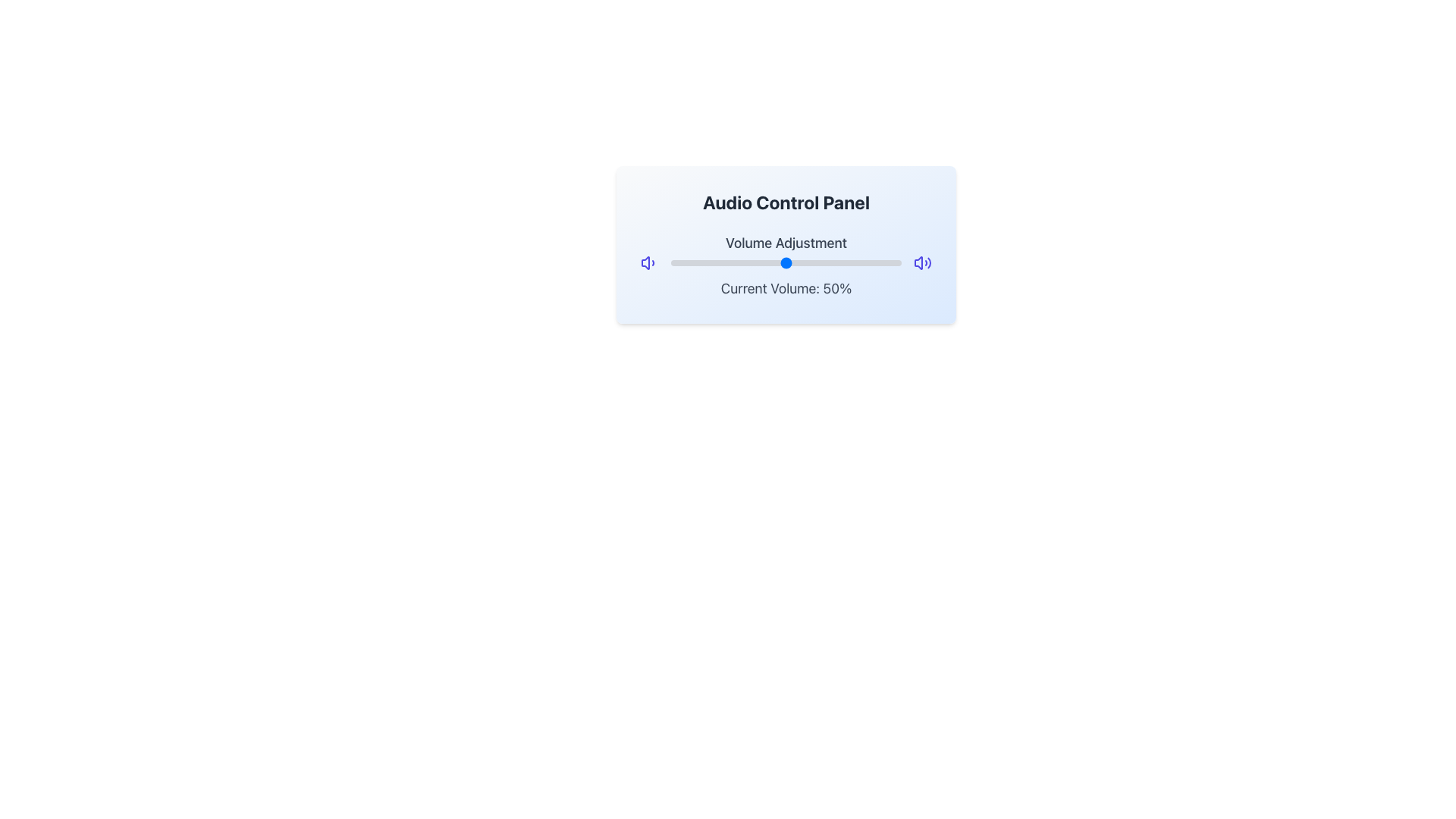 This screenshot has height=819, width=1456. Describe the element at coordinates (761, 262) in the screenshot. I see `the slider` at that location.